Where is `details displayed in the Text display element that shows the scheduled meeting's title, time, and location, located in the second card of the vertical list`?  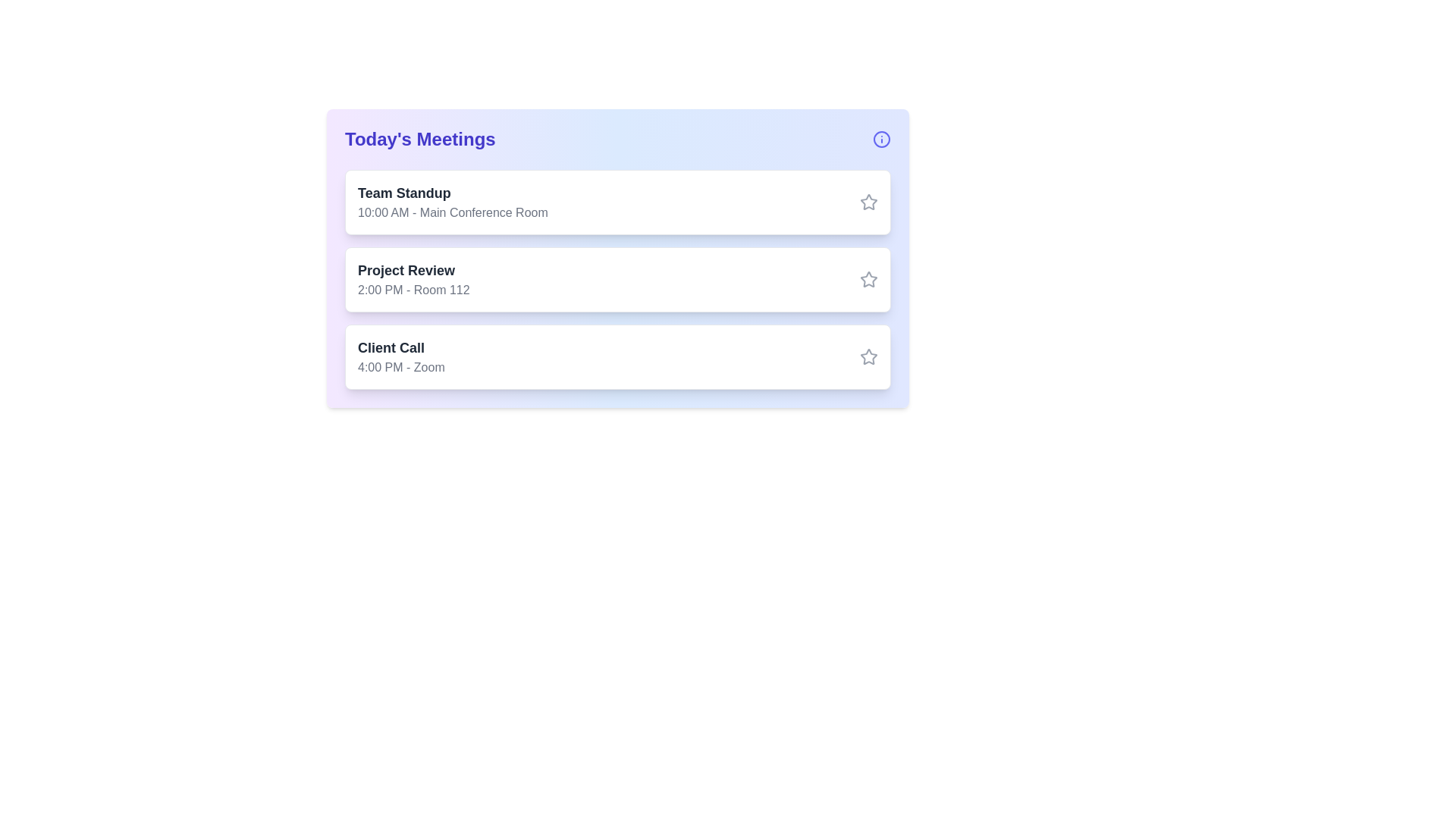 details displayed in the Text display element that shows the scheduled meeting's title, time, and location, located in the second card of the vertical list is located at coordinates (413, 280).